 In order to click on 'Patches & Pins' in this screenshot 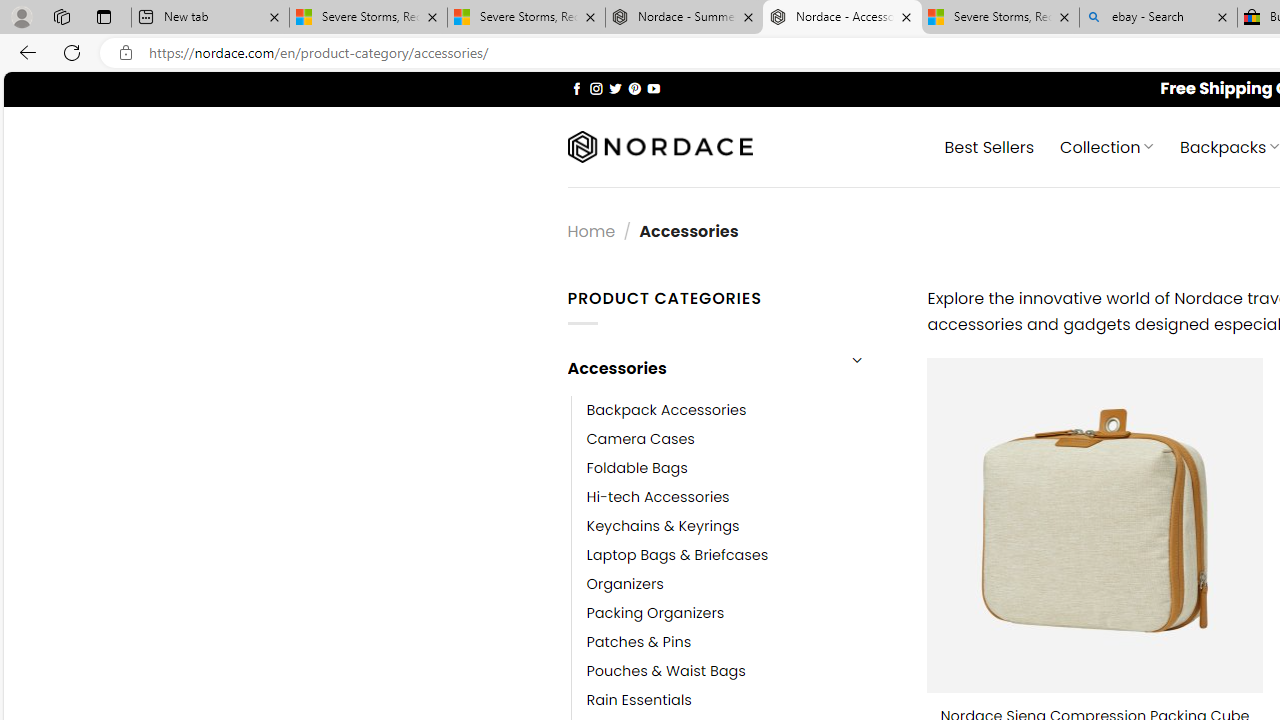, I will do `click(638, 642)`.